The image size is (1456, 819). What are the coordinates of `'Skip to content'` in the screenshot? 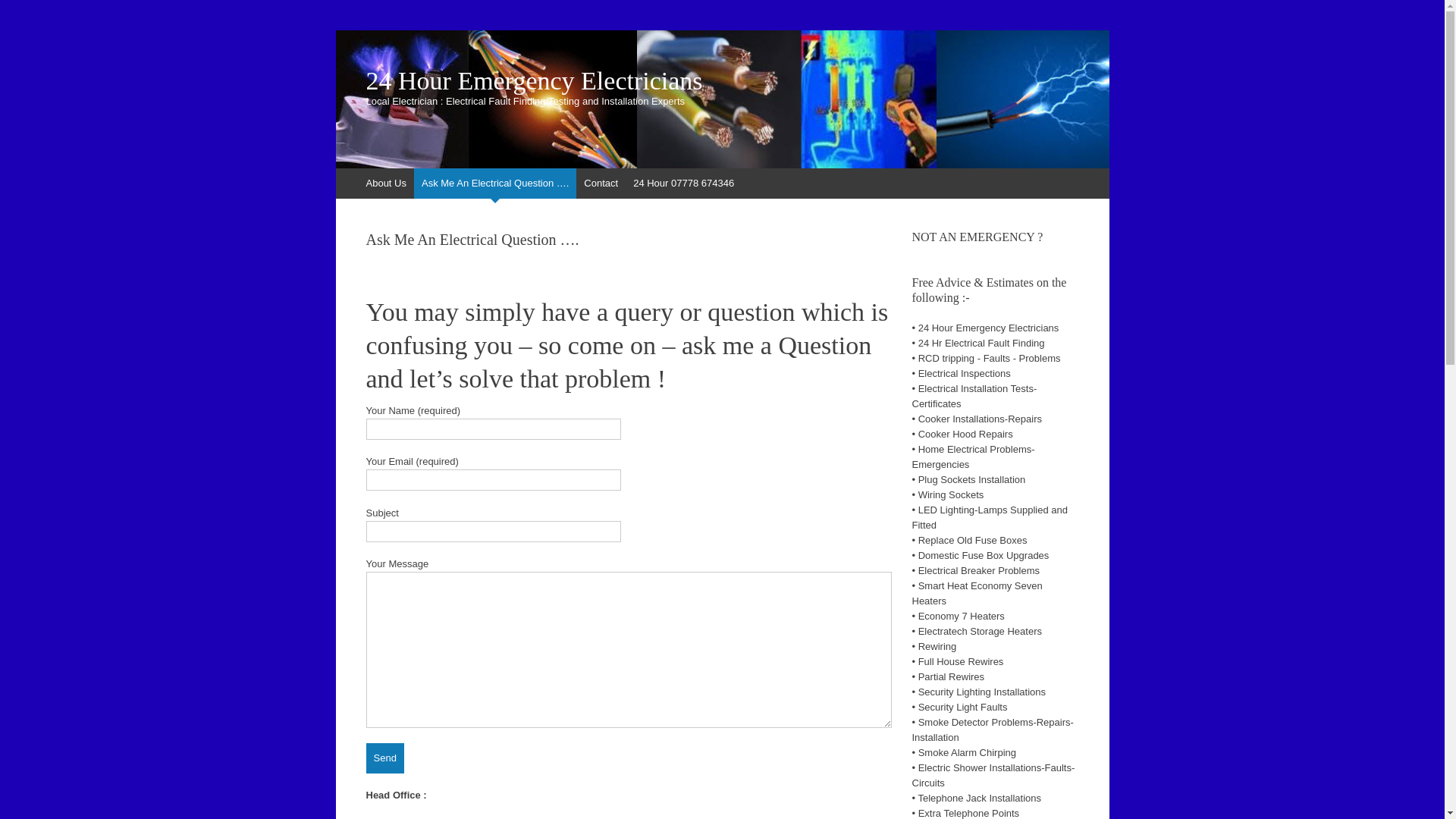 It's located at (375, 183).